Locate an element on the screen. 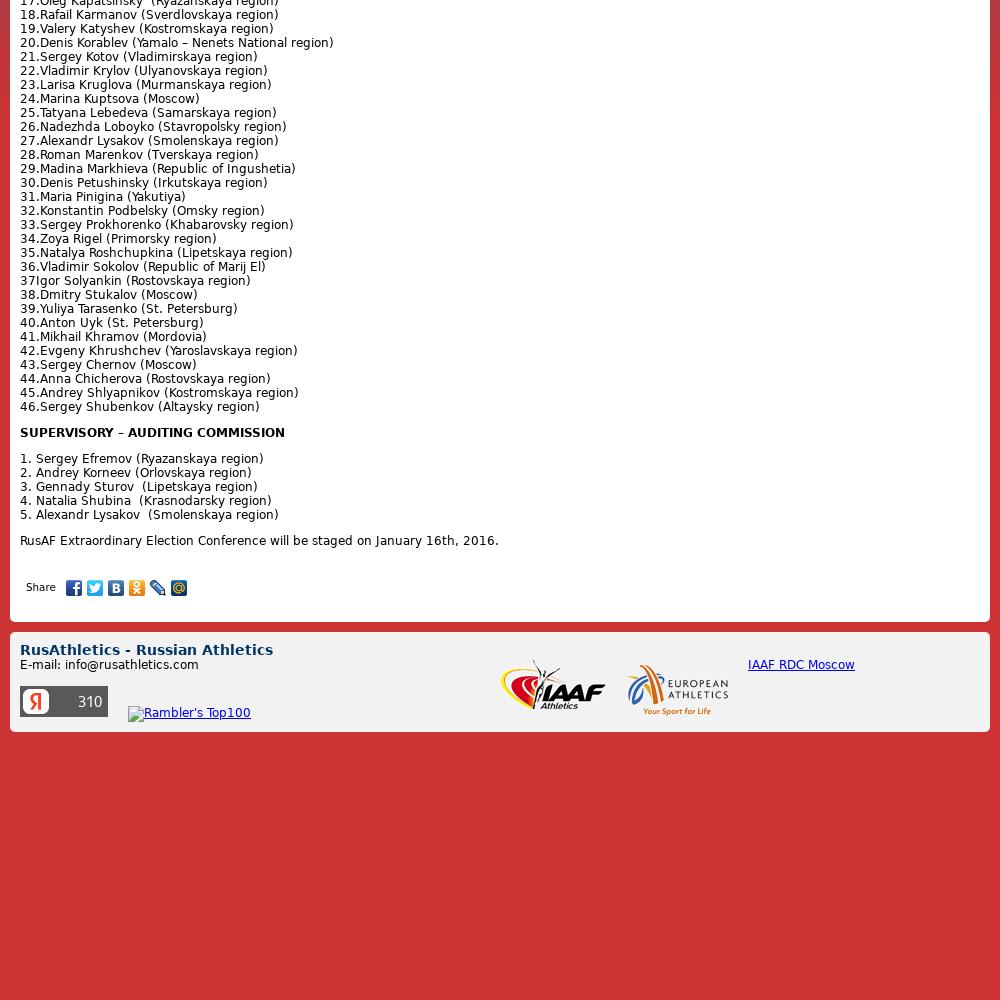  '42.Evgeny Khrushchev (Yaroslavskaya region)' is located at coordinates (159, 350).